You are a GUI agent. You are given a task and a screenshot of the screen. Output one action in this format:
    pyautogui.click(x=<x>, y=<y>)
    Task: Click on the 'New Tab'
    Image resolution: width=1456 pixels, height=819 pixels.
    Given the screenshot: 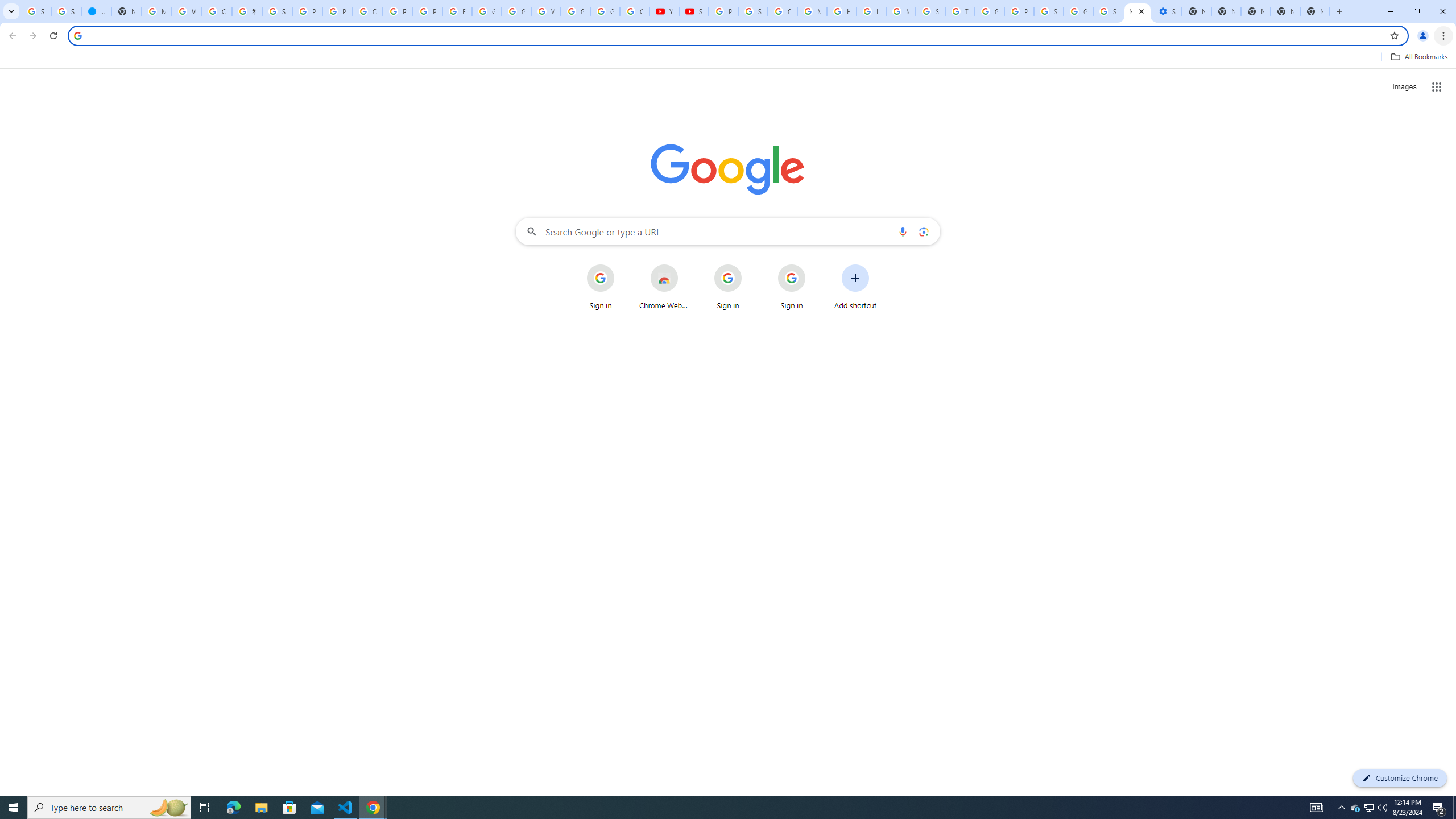 What is the action you would take?
    pyautogui.click(x=1284, y=11)
    